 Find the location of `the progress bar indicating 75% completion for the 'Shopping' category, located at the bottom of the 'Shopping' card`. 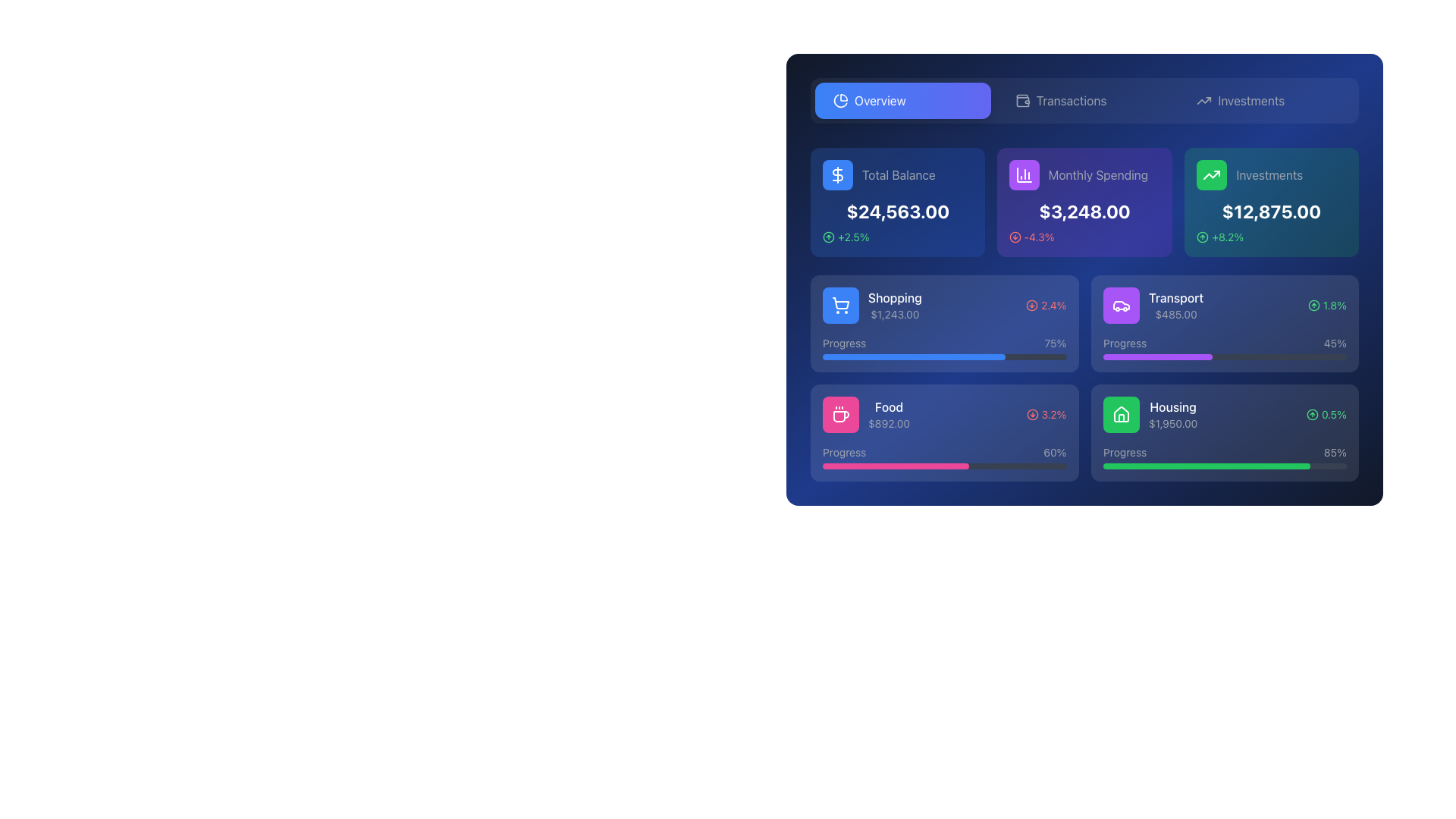

the progress bar indicating 75% completion for the 'Shopping' category, located at the bottom of the 'Shopping' card is located at coordinates (943, 348).